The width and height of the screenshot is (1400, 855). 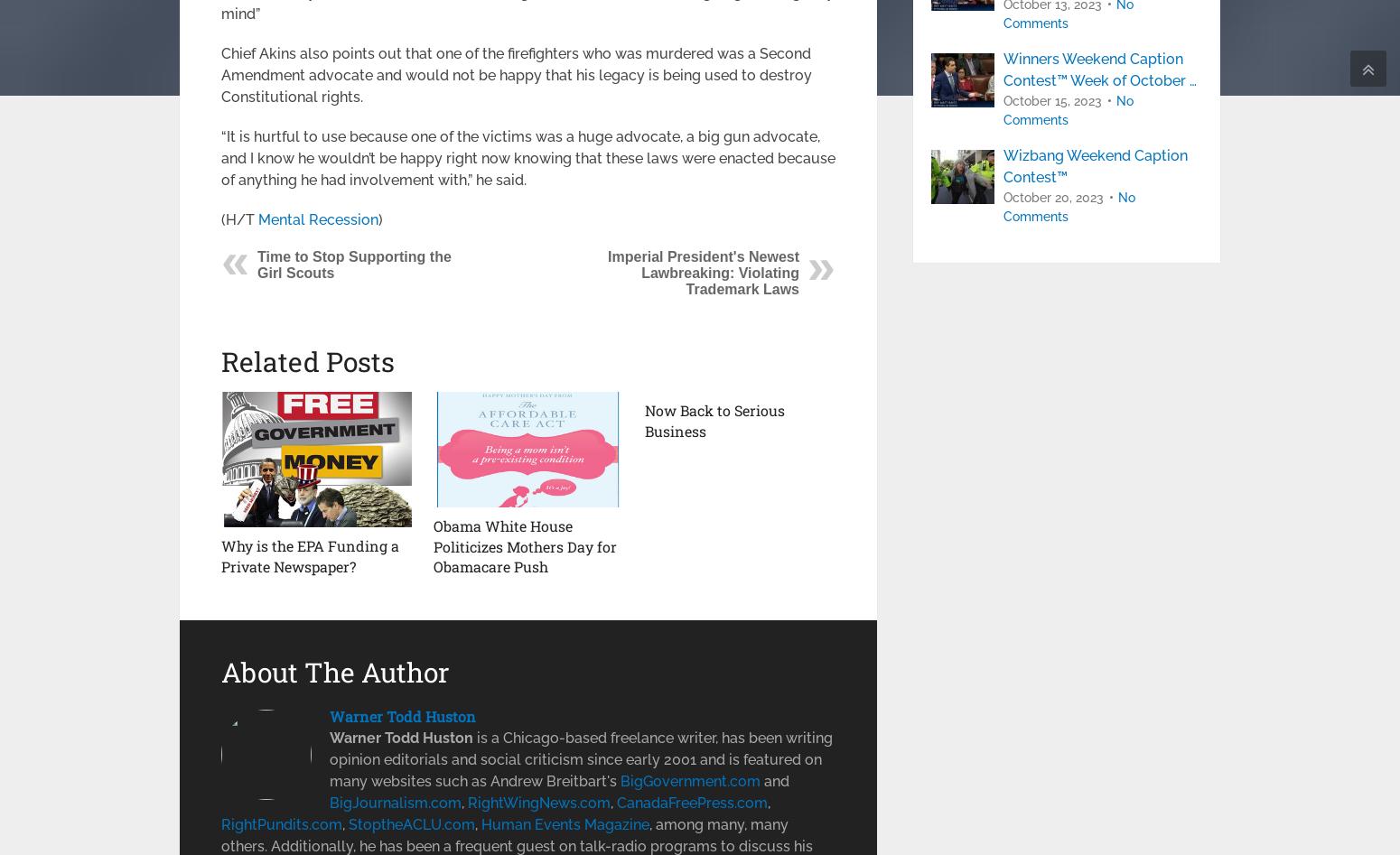 I want to click on 'Winners Weekend Caption Contest™ Week of October …', so click(x=1003, y=70).